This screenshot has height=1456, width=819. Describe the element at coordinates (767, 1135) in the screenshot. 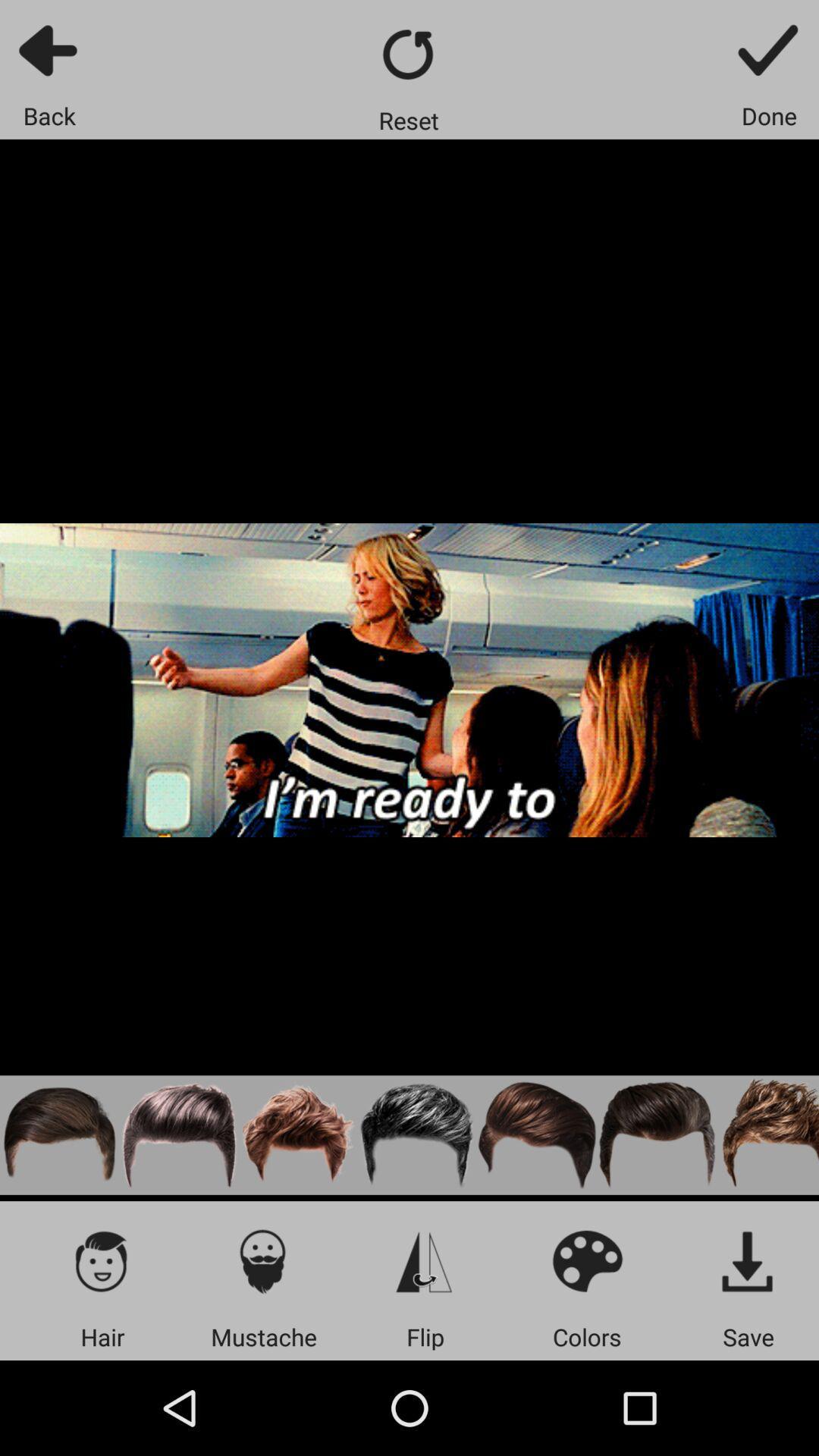

I see `this hairstyle` at that location.